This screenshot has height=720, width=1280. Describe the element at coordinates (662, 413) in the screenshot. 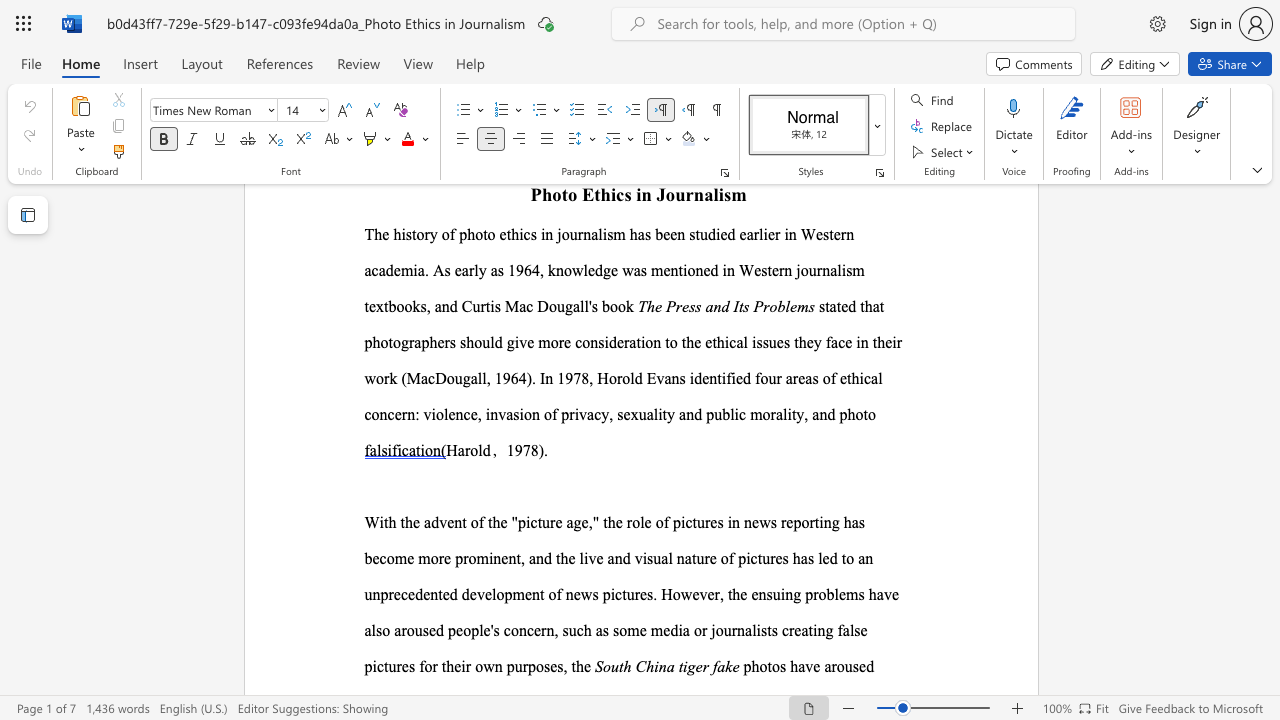

I see `the subset text "ty and public morality, a" within the text "four areas of ethical concern: violence, invasion of privacy, sexuality and public morality, and photo"` at that location.